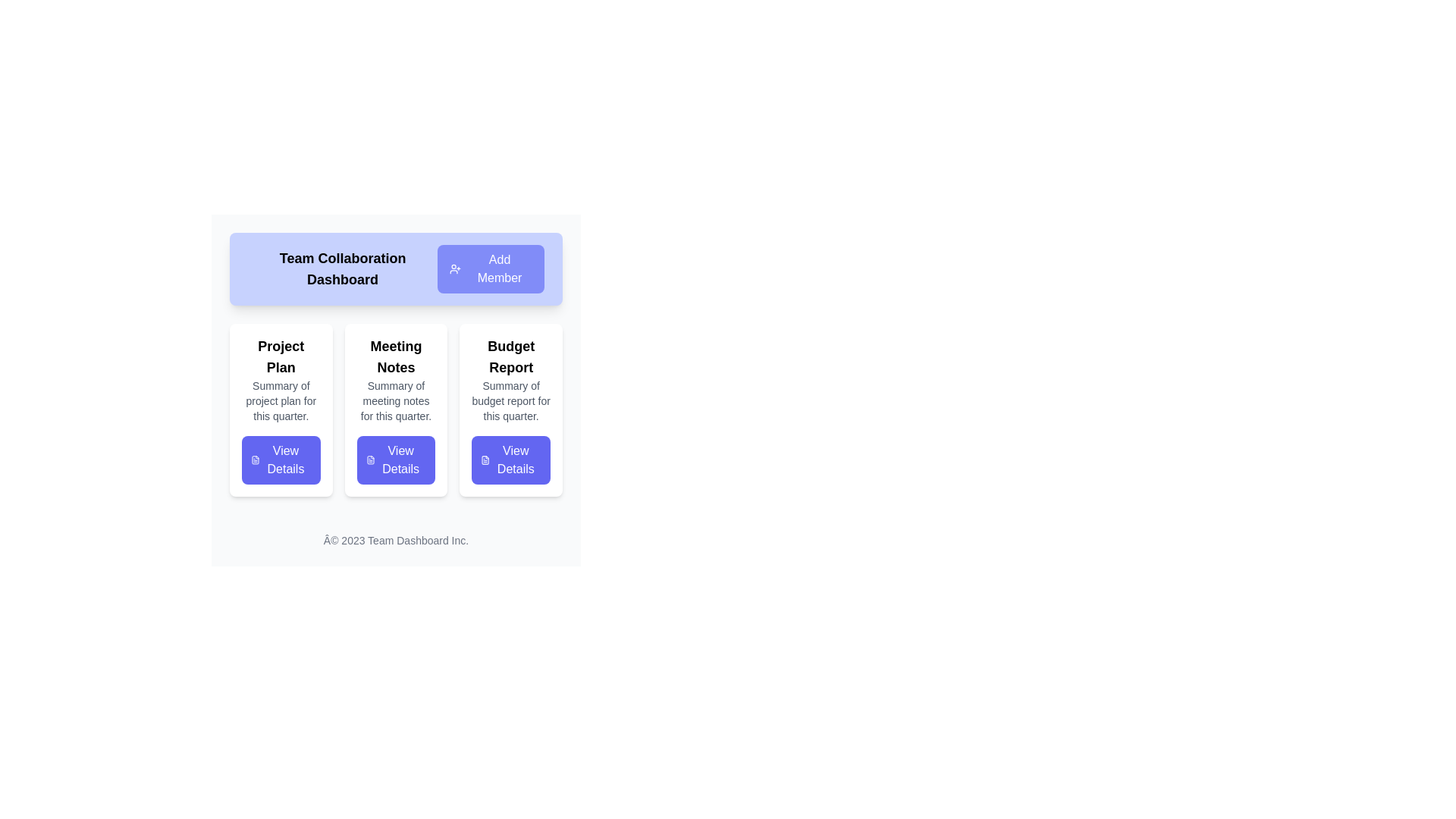 The width and height of the screenshot is (1456, 819). What do you see at coordinates (396, 409) in the screenshot?
I see `the button on the 'Meeting Notes' card` at bounding box center [396, 409].